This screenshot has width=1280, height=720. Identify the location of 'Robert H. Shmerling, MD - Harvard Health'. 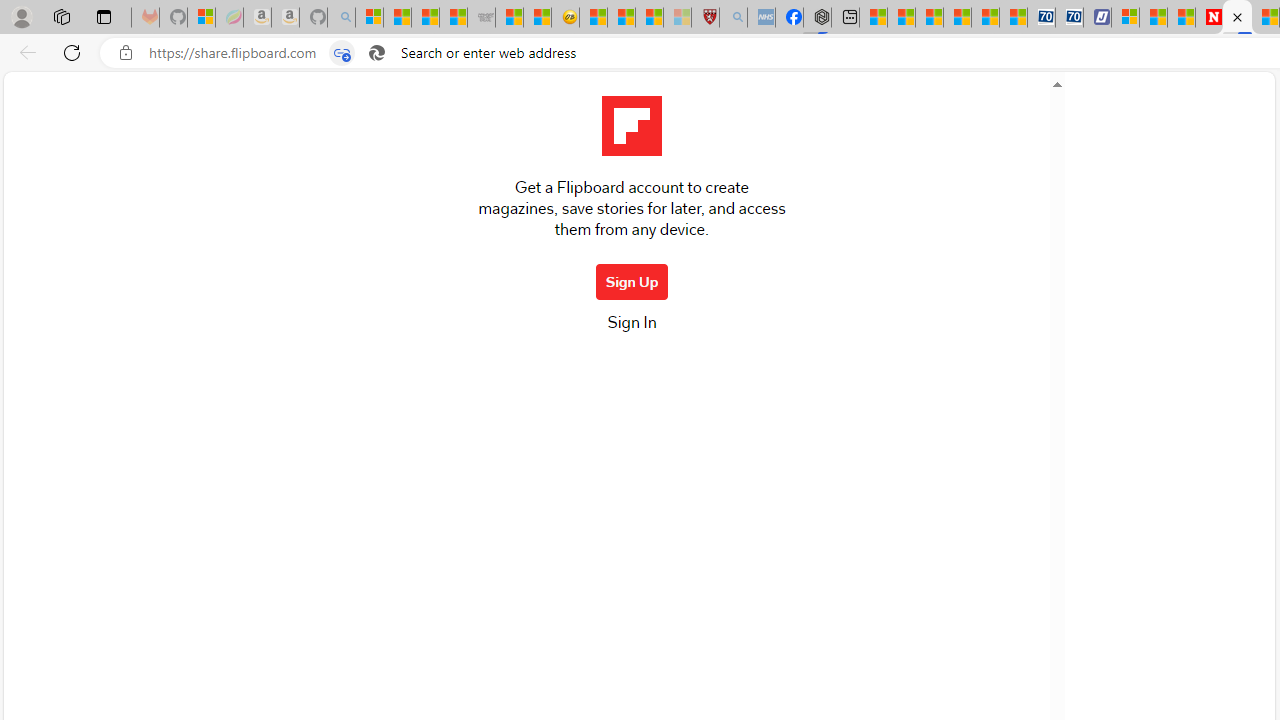
(705, 17).